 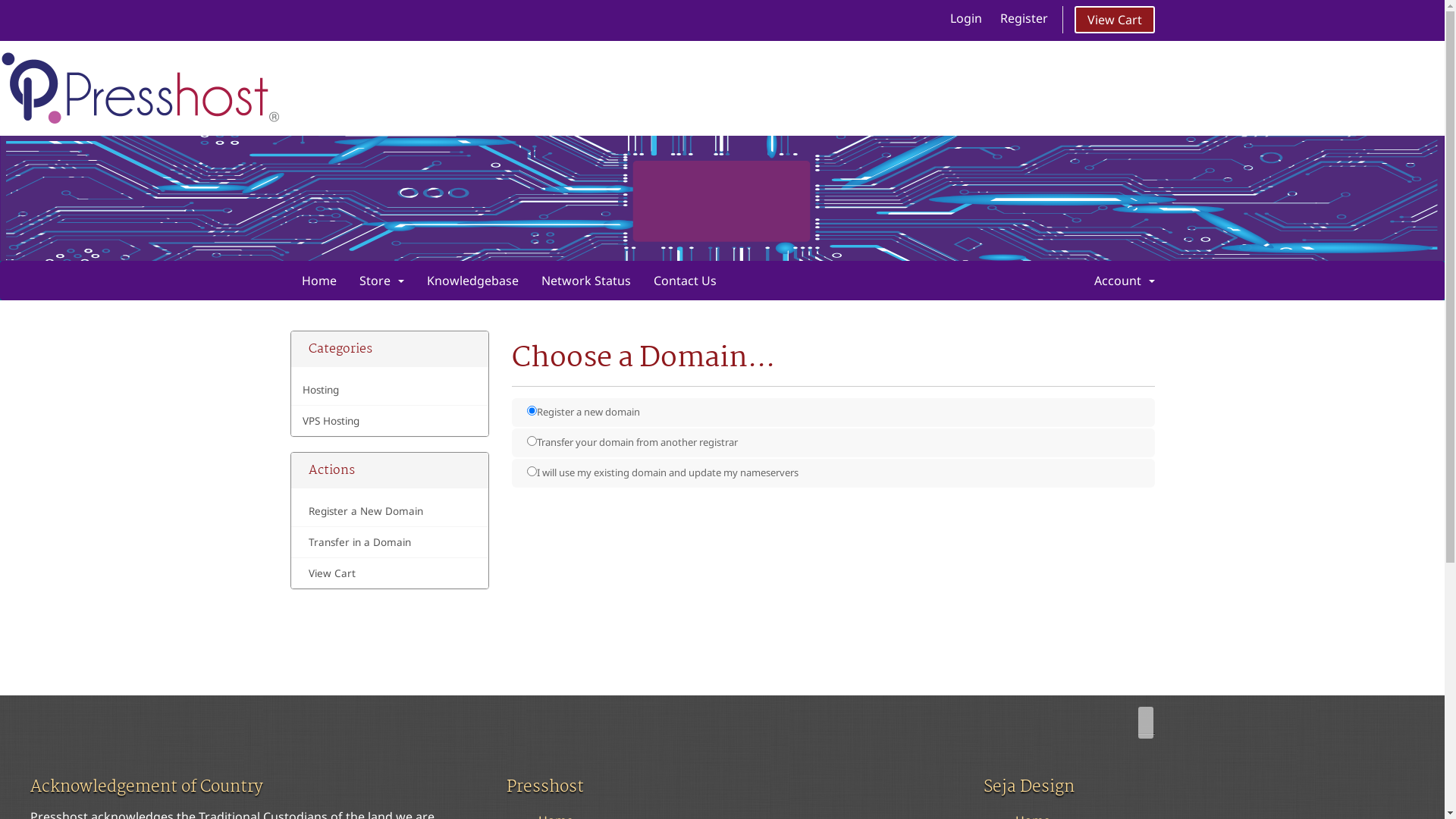 What do you see at coordinates (390, 541) in the screenshot?
I see `'  Transfer in a Domain'` at bounding box center [390, 541].